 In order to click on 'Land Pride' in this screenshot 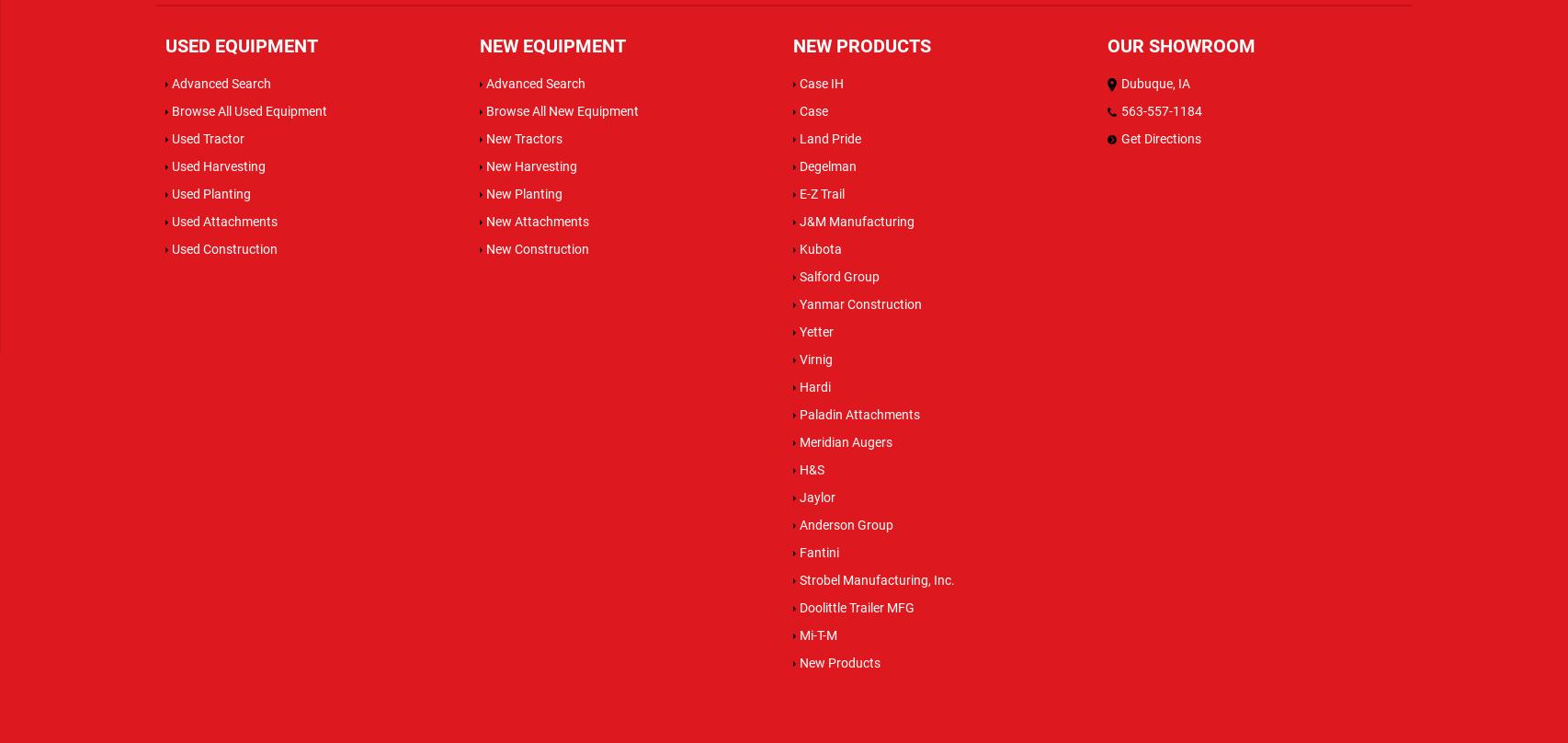, I will do `click(830, 136)`.